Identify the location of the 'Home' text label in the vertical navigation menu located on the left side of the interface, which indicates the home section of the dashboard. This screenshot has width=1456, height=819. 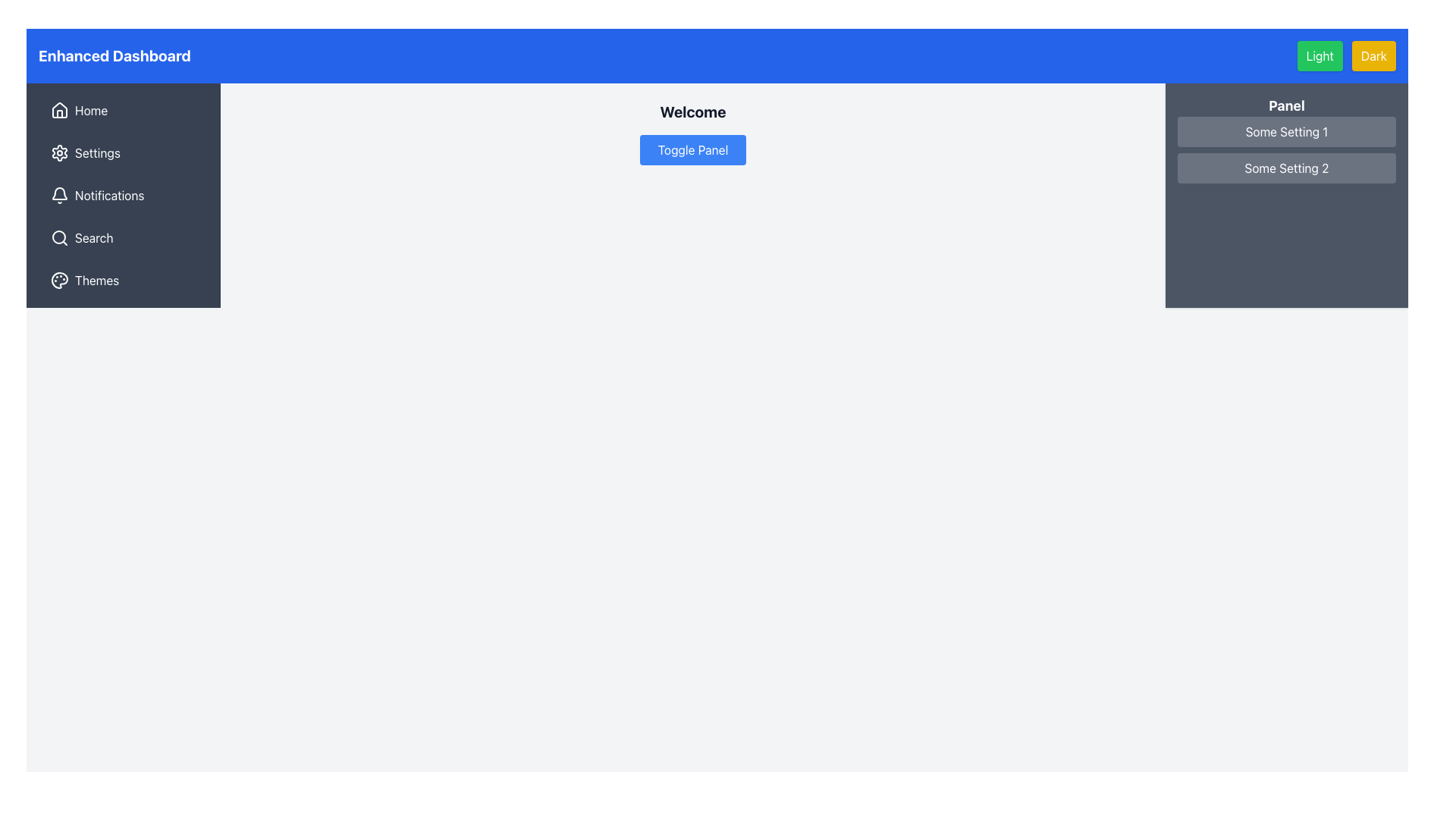
(90, 110).